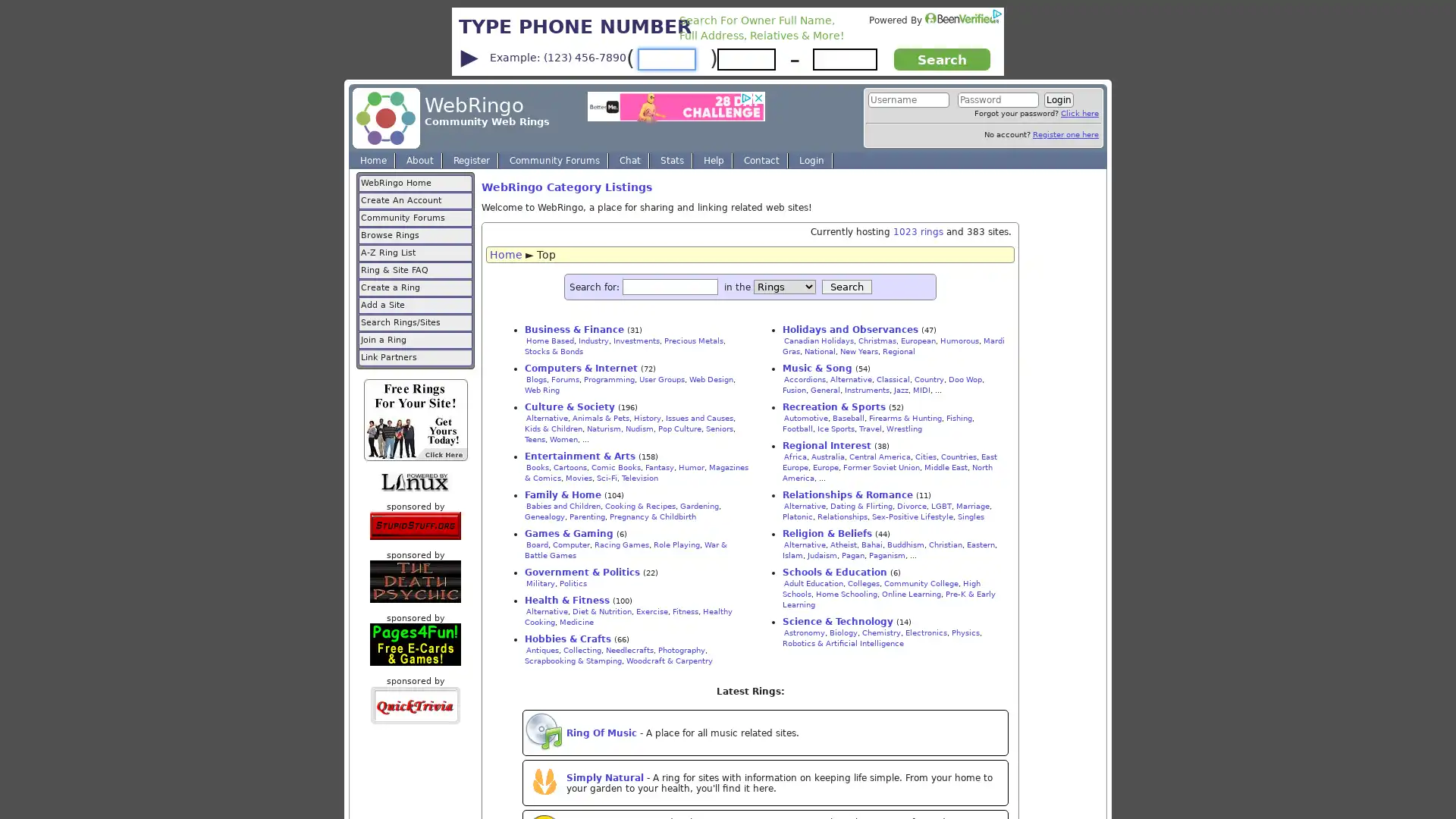  I want to click on Login, so click(1058, 99).